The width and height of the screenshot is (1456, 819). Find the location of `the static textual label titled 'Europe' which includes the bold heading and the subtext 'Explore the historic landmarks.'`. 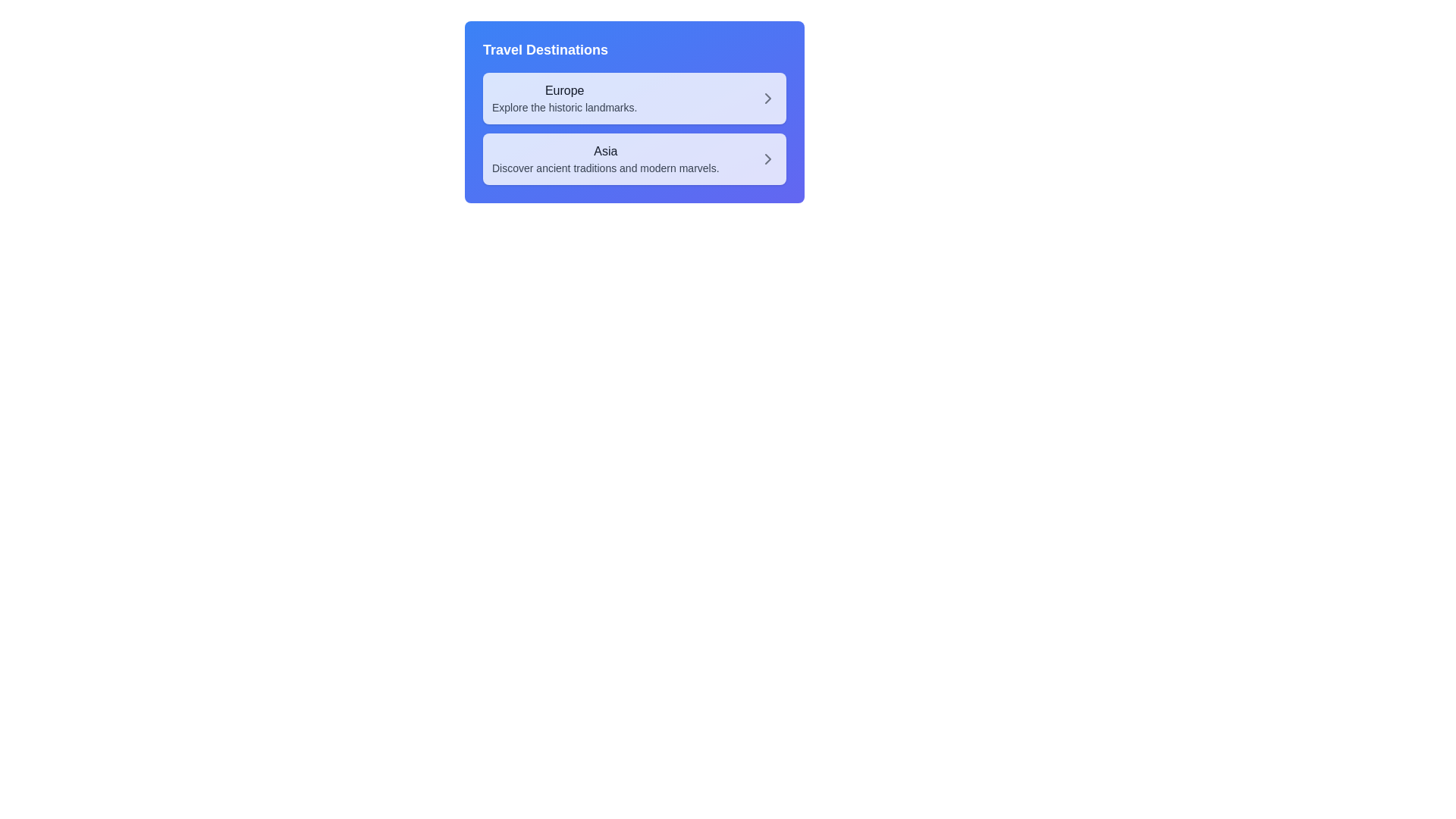

the static textual label titled 'Europe' which includes the bold heading and the subtext 'Explore the historic landmarks.' is located at coordinates (563, 99).